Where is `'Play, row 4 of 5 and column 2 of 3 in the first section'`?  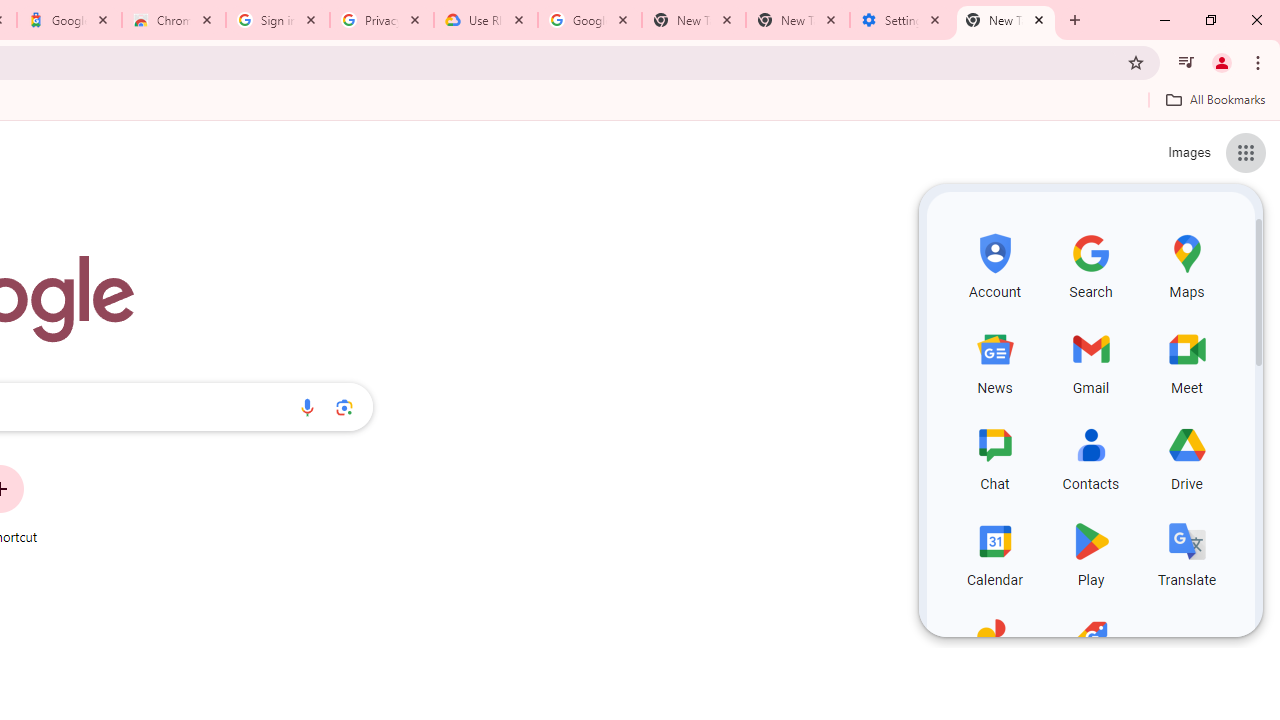
'Play, row 4 of 5 and column 2 of 3 in the first section' is located at coordinates (1090, 551).